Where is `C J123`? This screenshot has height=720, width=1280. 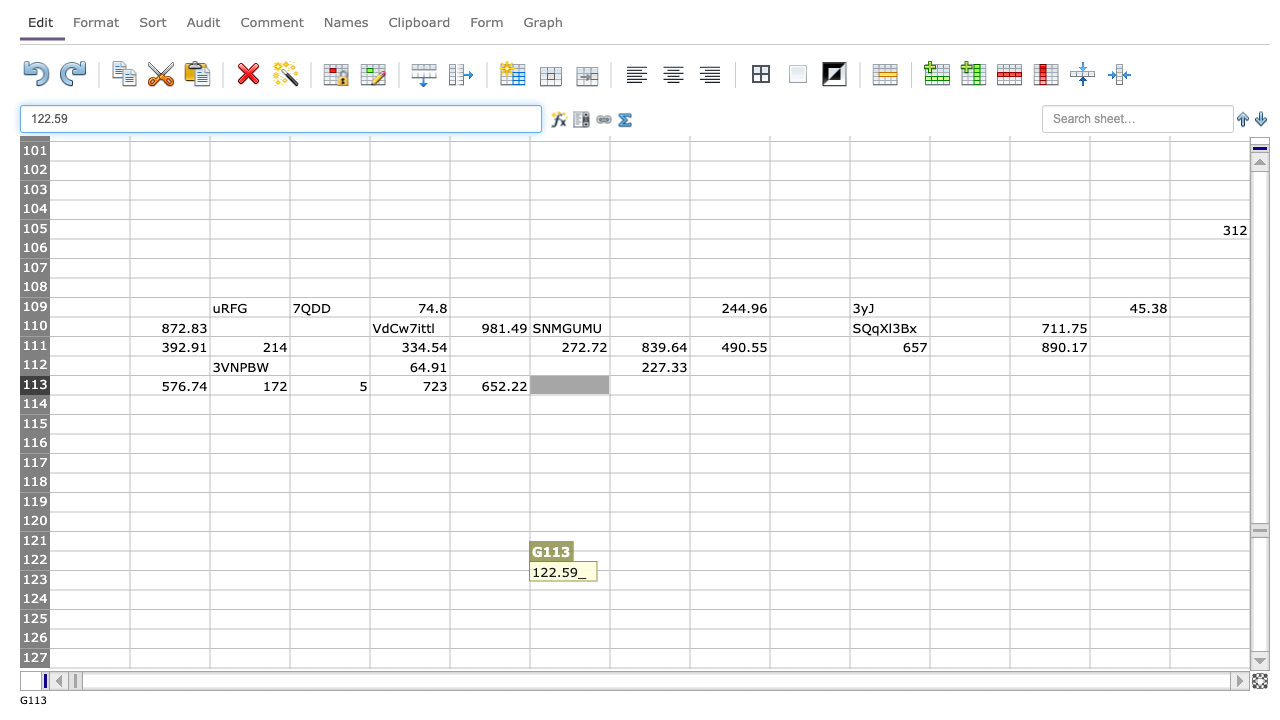
C J123 is located at coordinates (809, 580).